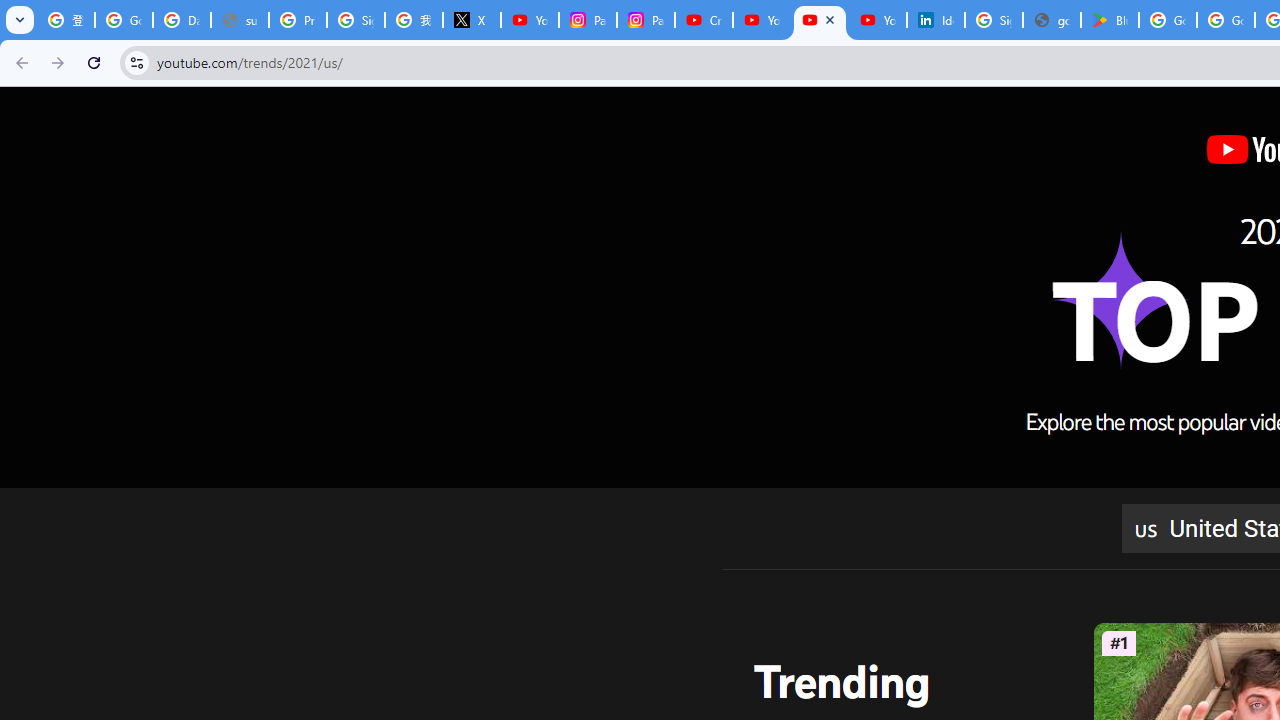 This screenshot has width=1280, height=720. What do you see at coordinates (1225, 20) in the screenshot?
I see `'Google Workspace - Specific Terms'` at bounding box center [1225, 20].